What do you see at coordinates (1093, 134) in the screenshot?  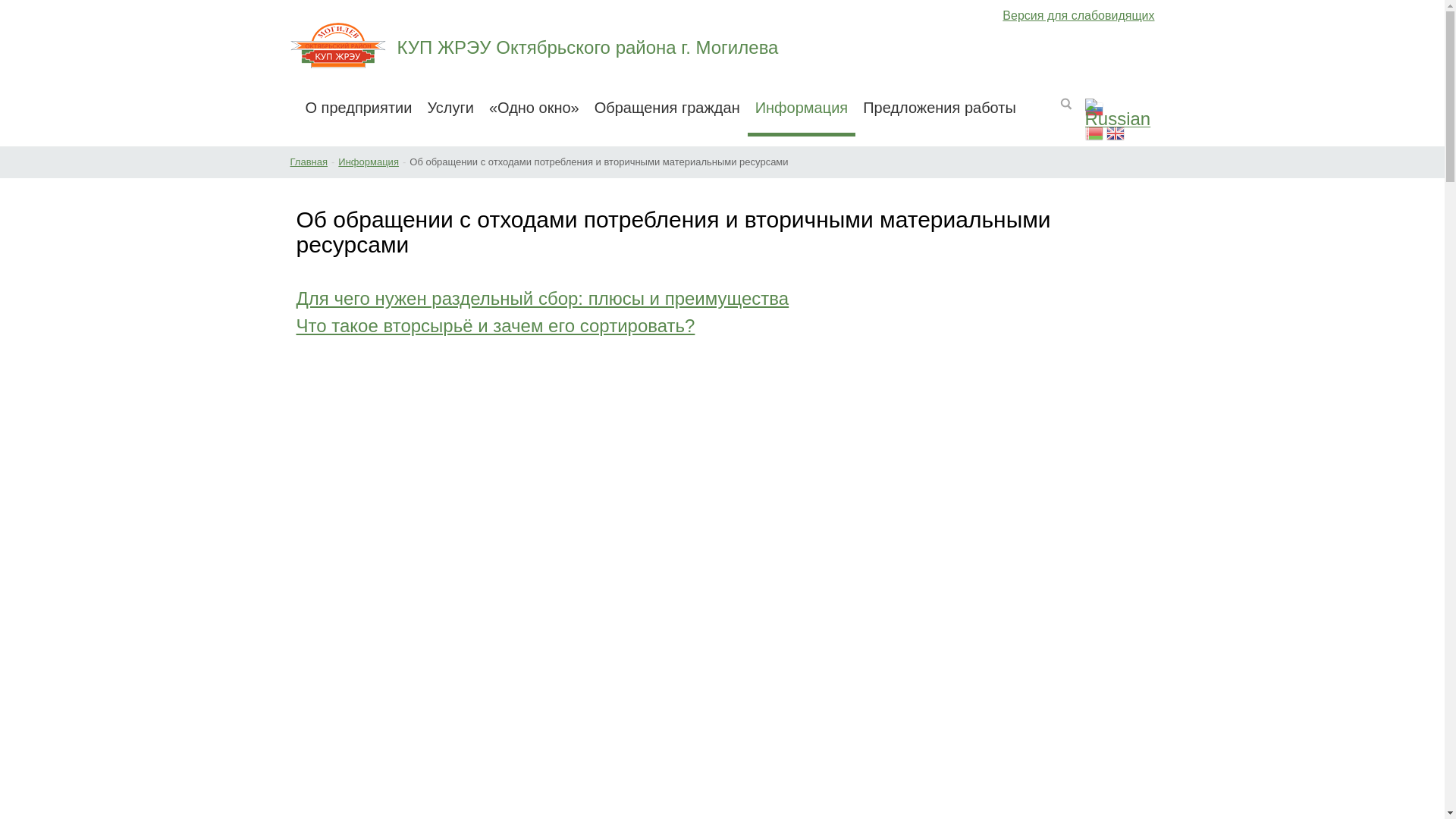 I see `'Belarusian'` at bounding box center [1093, 134].